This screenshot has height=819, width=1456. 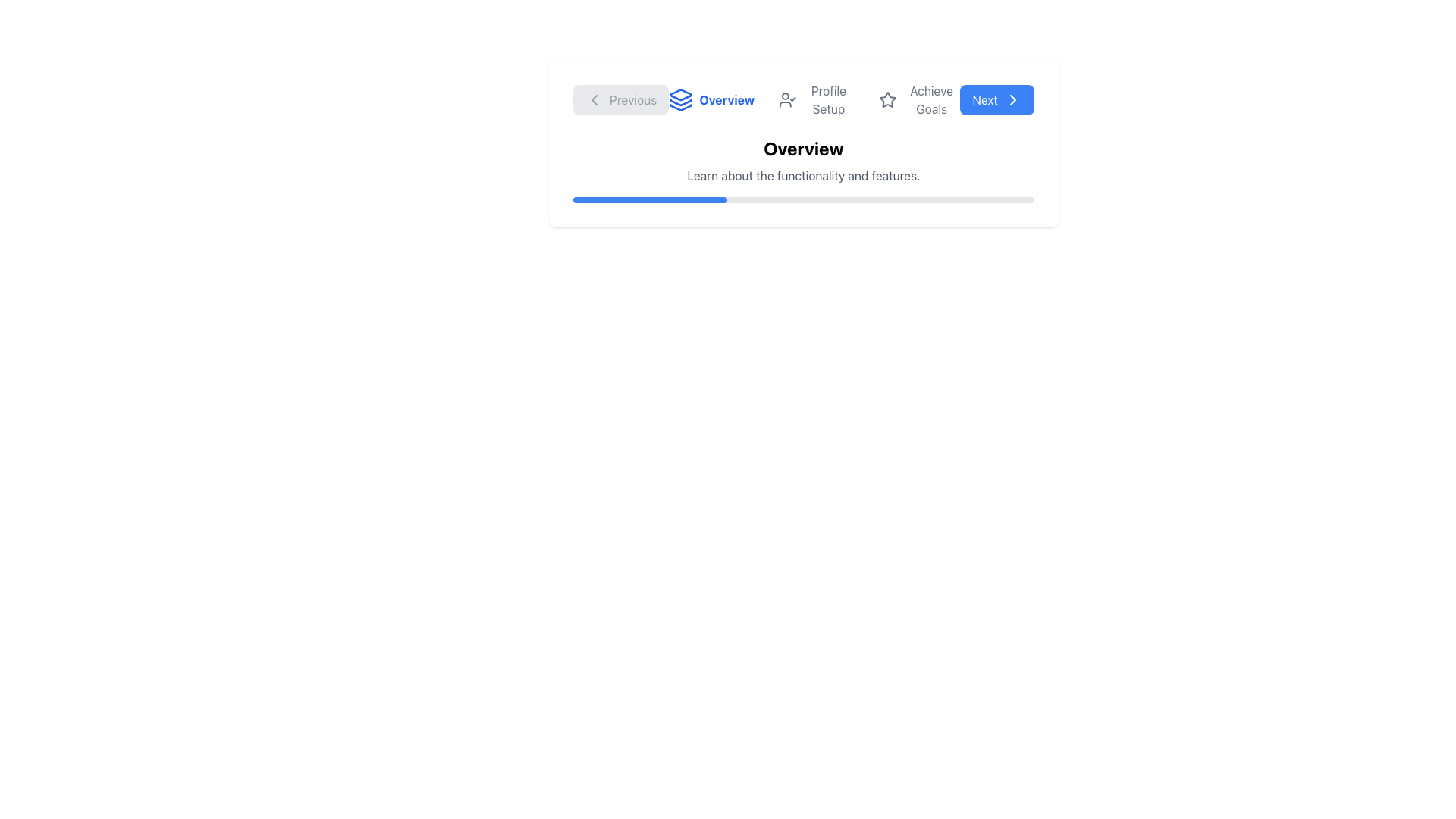 What do you see at coordinates (803, 174) in the screenshot?
I see `static text element displaying 'Learn about the functionality and features.' which is positioned centrally below the 'Overview' heading` at bounding box center [803, 174].